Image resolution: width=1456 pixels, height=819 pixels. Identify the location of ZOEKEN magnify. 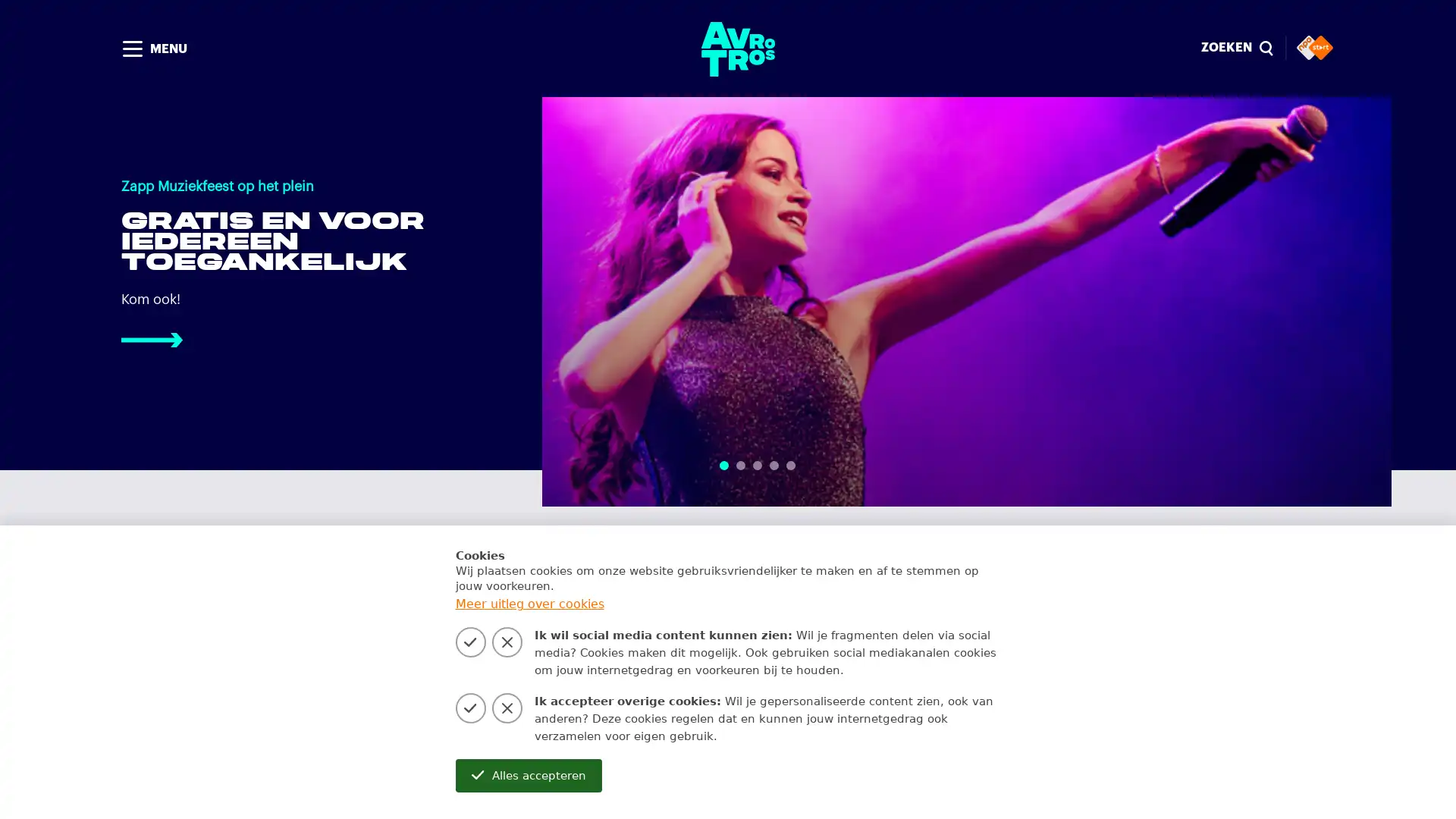
(1236, 48).